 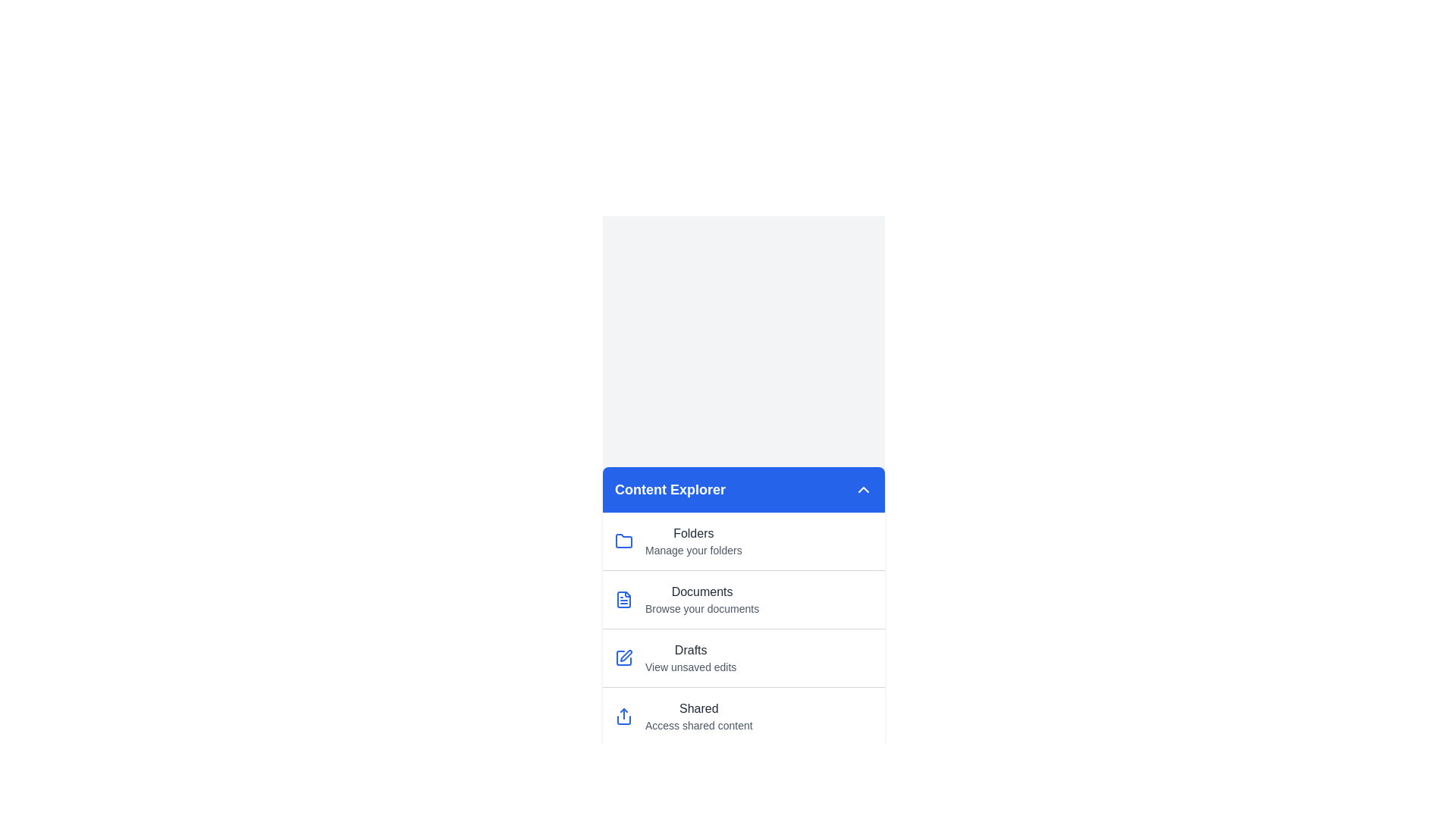 I want to click on the menu item corresponding to Drafts, so click(x=743, y=657).